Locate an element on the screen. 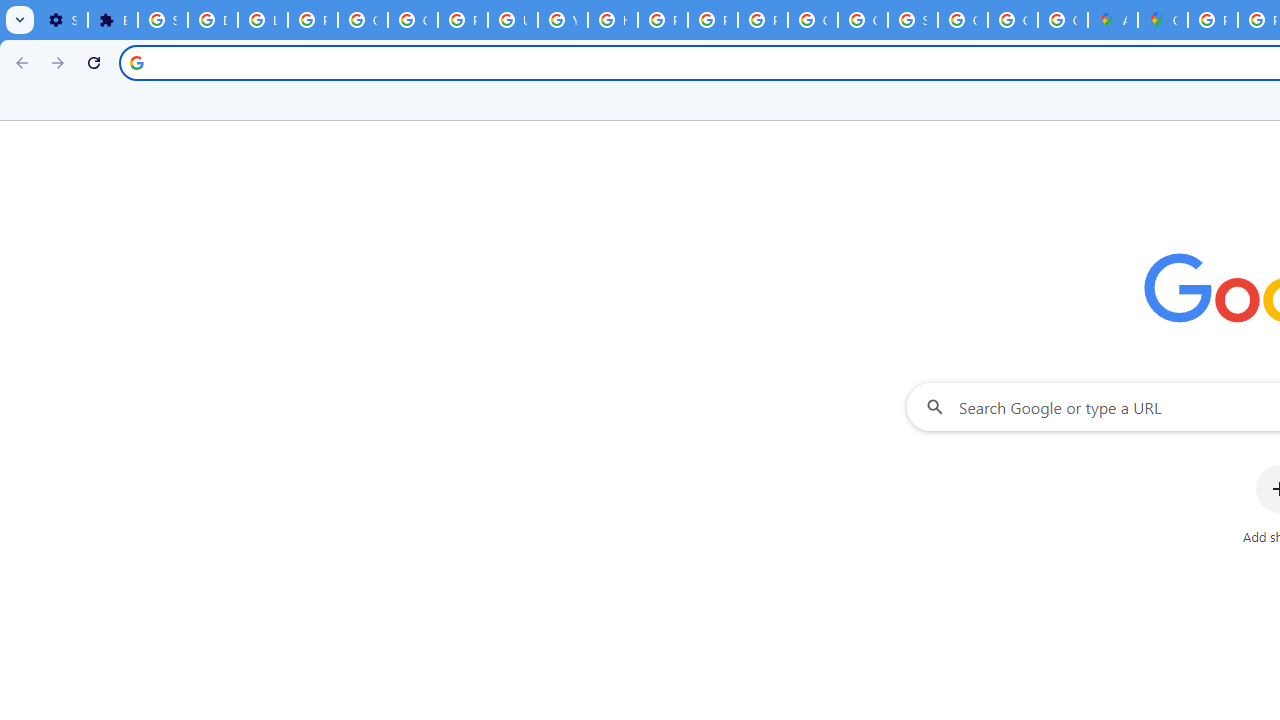  'Extensions' is located at coordinates (112, 20).